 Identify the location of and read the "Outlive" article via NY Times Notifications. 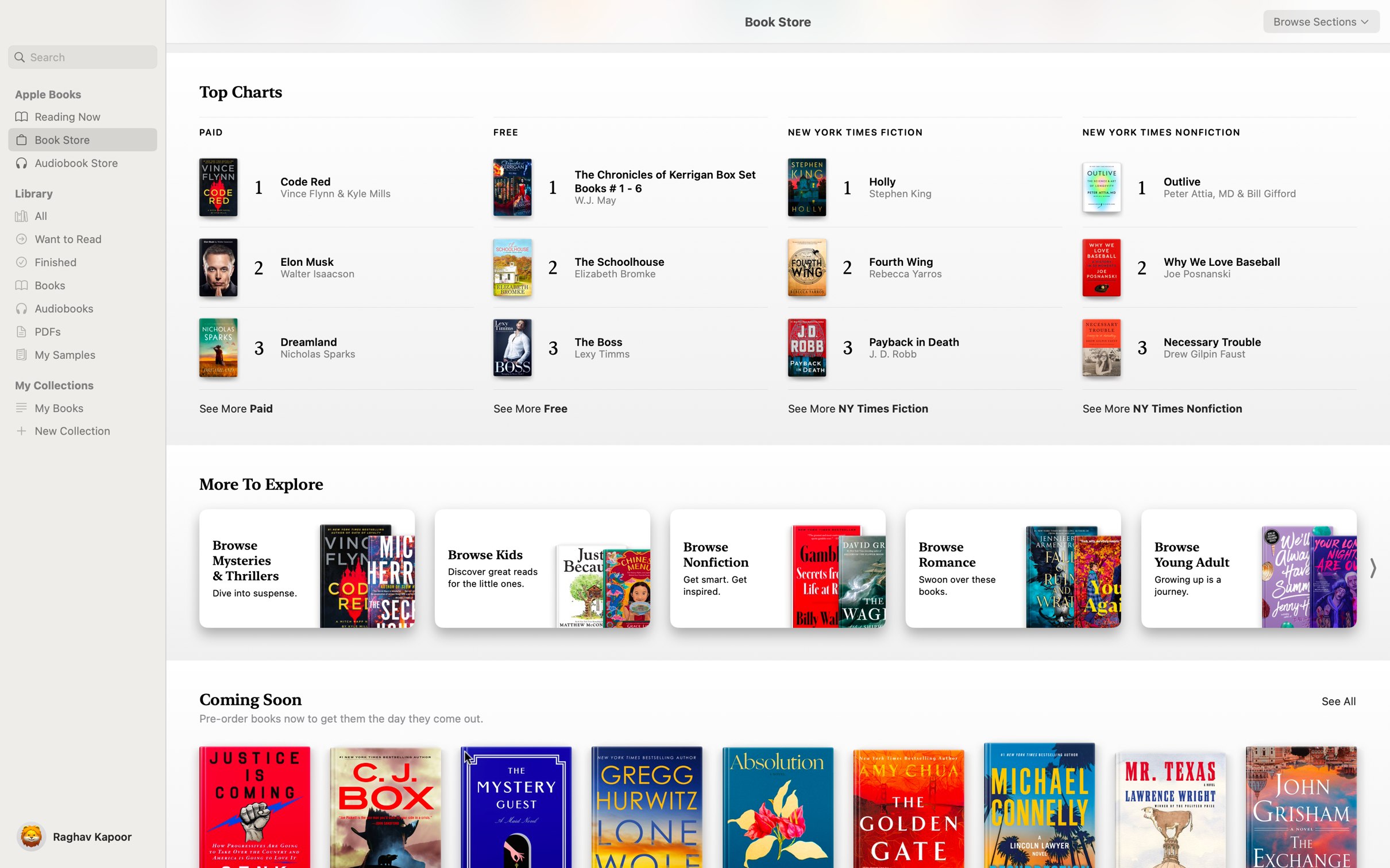
(1207, 187).